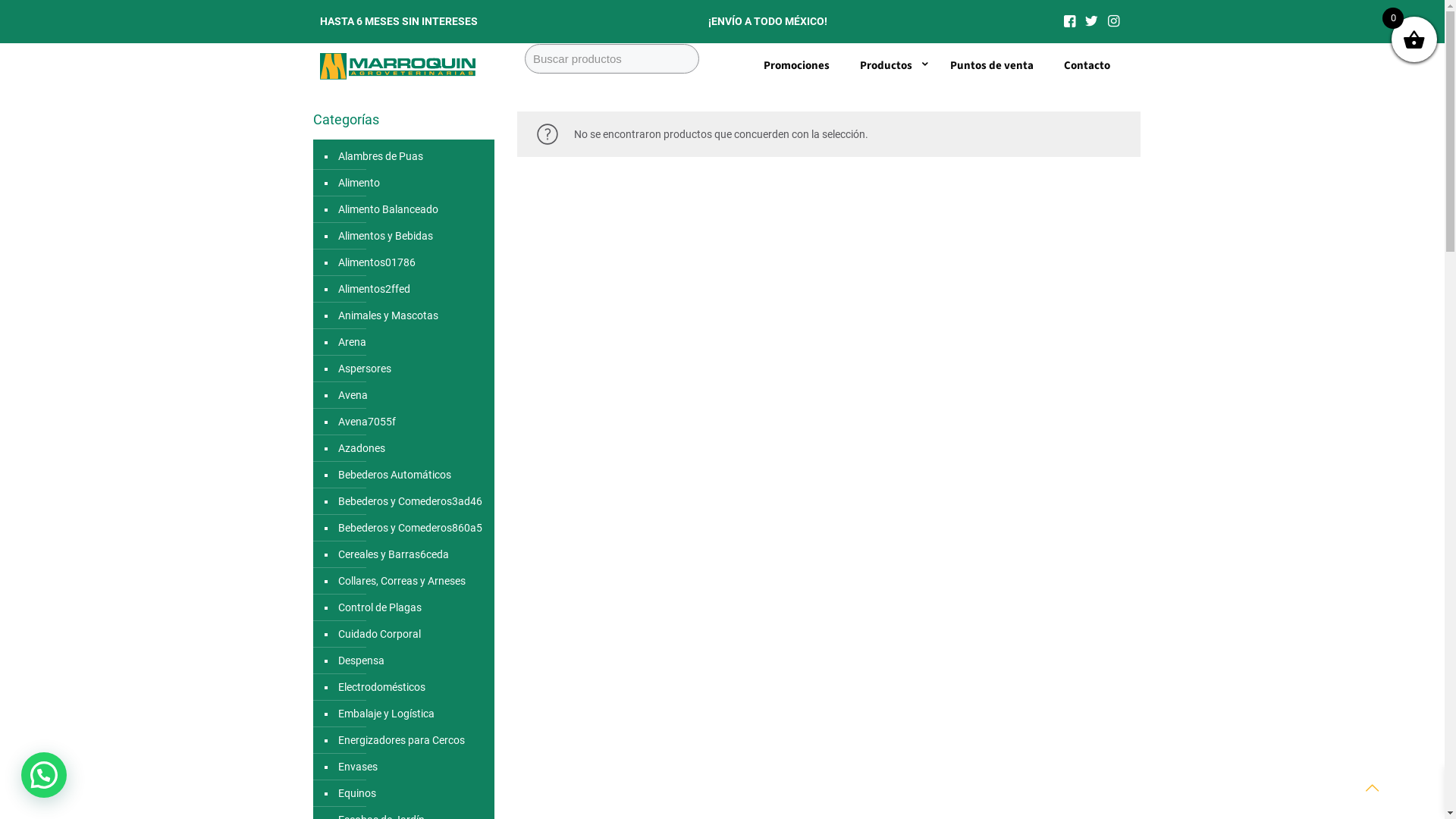 This screenshot has width=1456, height=819. I want to click on 'Alimentos2ffed', so click(411, 289).